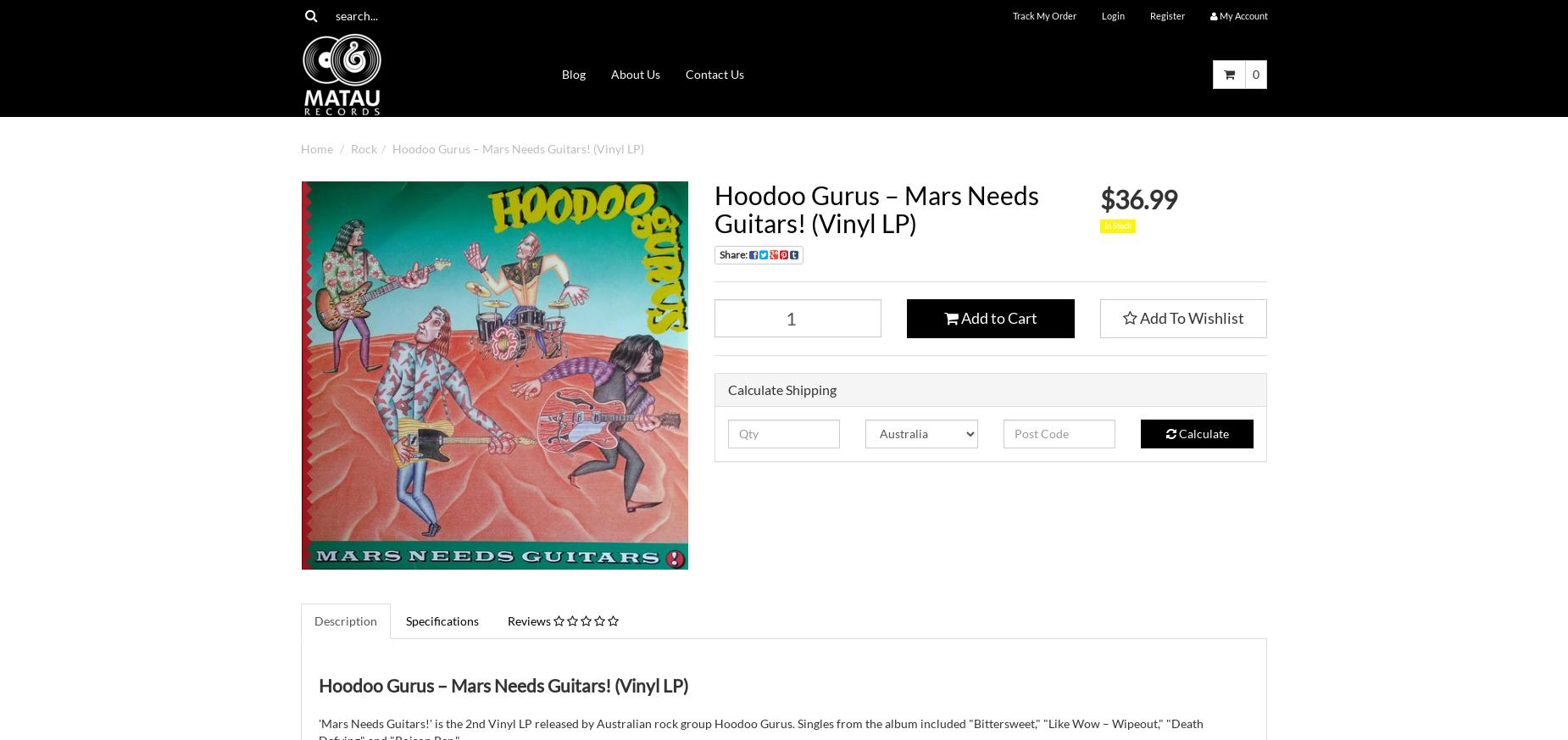 This screenshot has width=1568, height=740. I want to click on '$36.99', so click(1137, 198).